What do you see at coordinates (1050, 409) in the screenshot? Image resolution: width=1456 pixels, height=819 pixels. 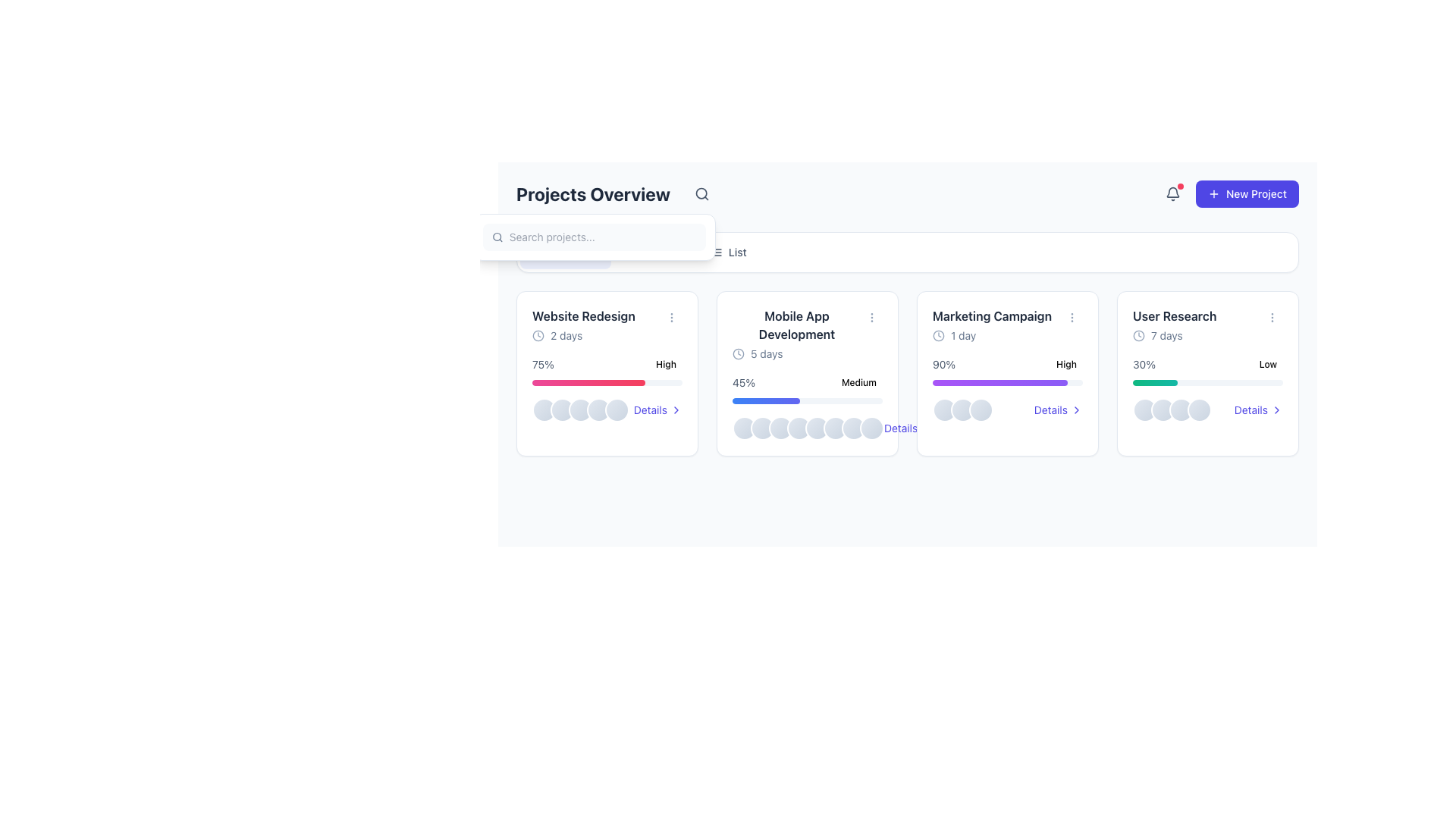 I see `the 'Details' text link element, styled in blue, located at the bottom of the 'Marketing Campaign' card` at bounding box center [1050, 409].